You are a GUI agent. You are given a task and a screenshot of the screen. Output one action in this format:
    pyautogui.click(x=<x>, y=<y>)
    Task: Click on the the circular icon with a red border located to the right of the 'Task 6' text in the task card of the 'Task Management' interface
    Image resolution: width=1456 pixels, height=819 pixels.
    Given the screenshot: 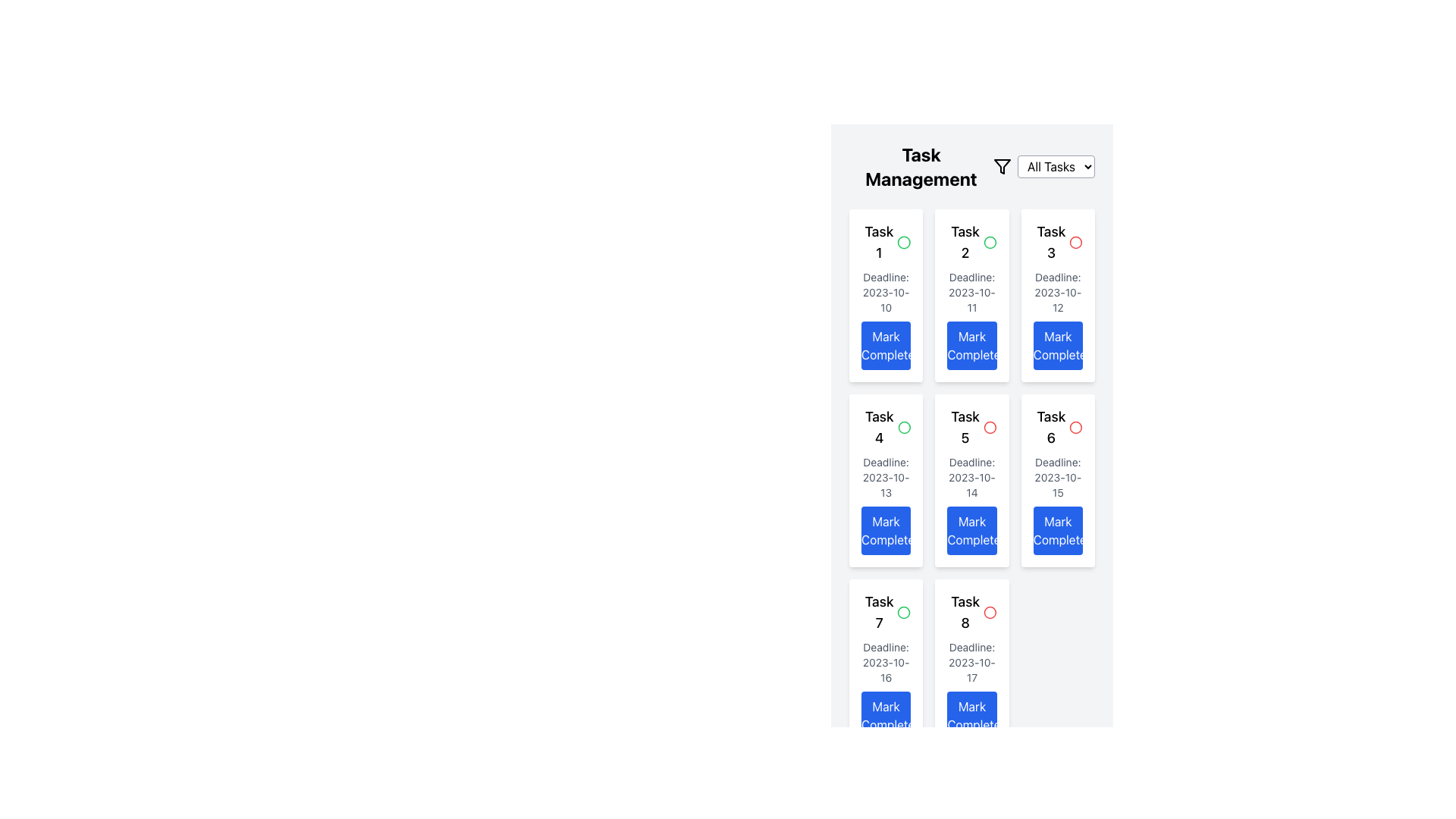 What is the action you would take?
    pyautogui.click(x=1075, y=427)
    